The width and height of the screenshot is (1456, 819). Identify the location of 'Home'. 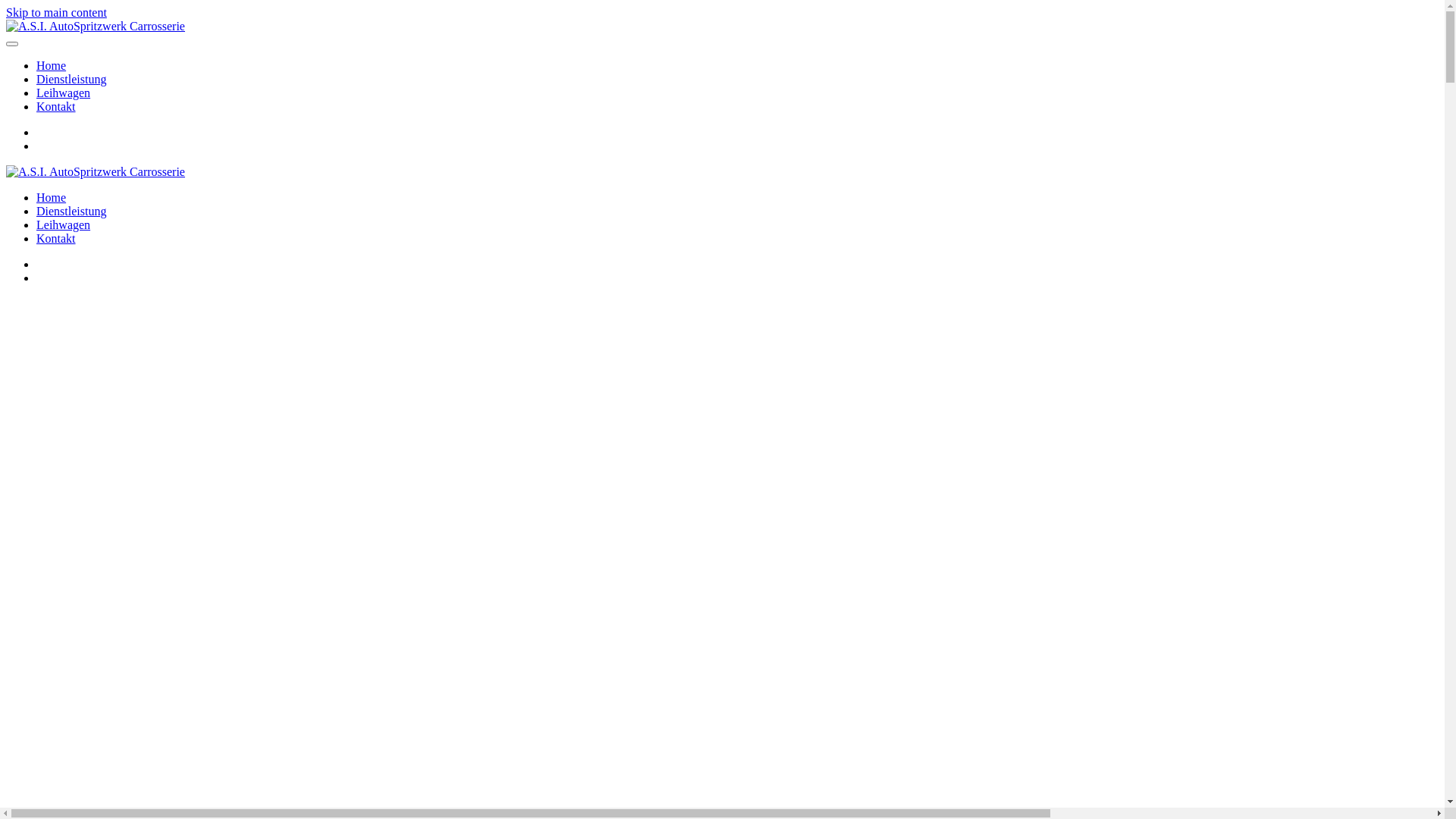
(51, 64).